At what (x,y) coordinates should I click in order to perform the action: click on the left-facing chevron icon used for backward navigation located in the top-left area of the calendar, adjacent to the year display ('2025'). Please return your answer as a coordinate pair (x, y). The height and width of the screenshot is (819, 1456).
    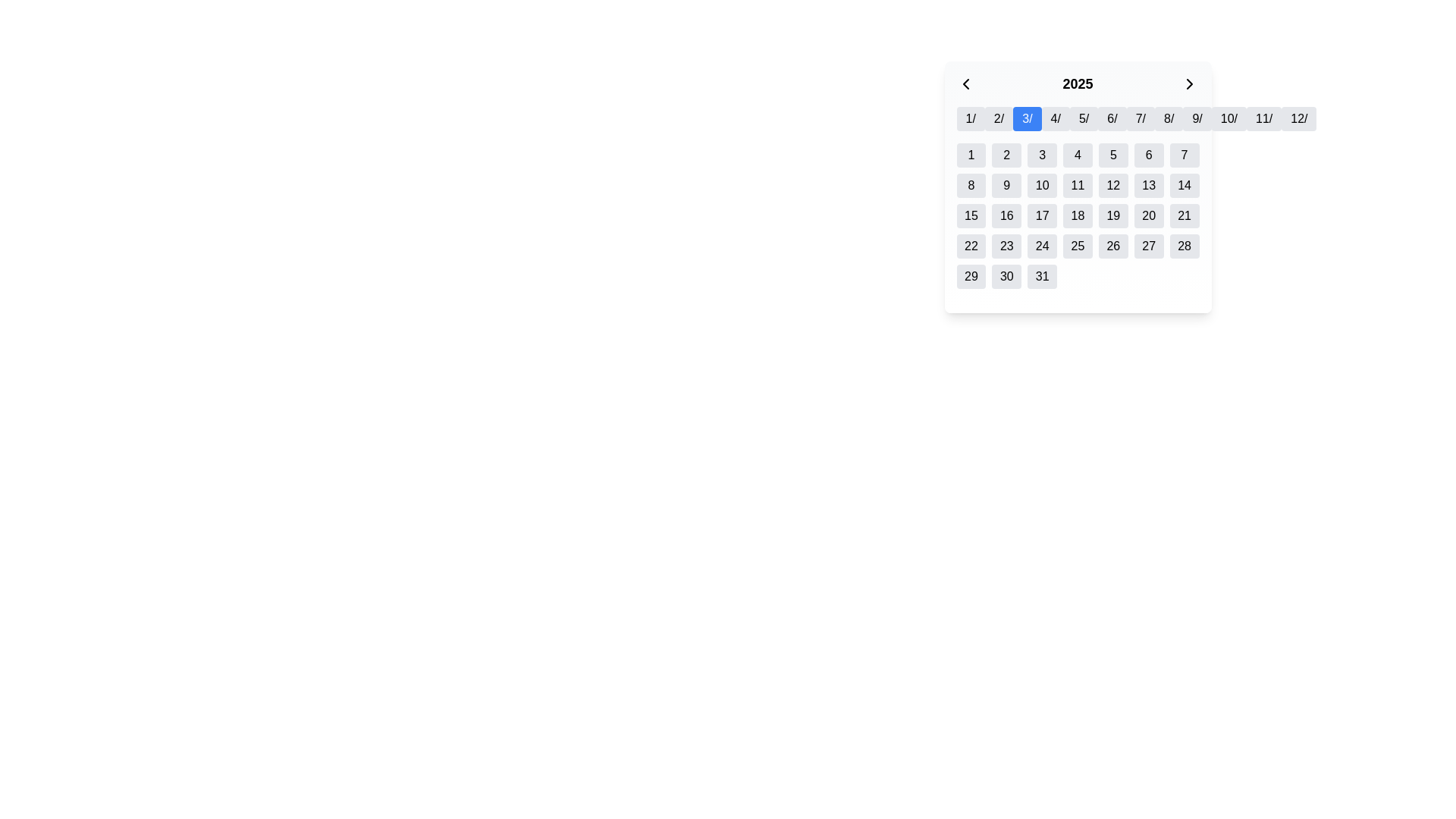
    Looking at the image, I should click on (965, 84).